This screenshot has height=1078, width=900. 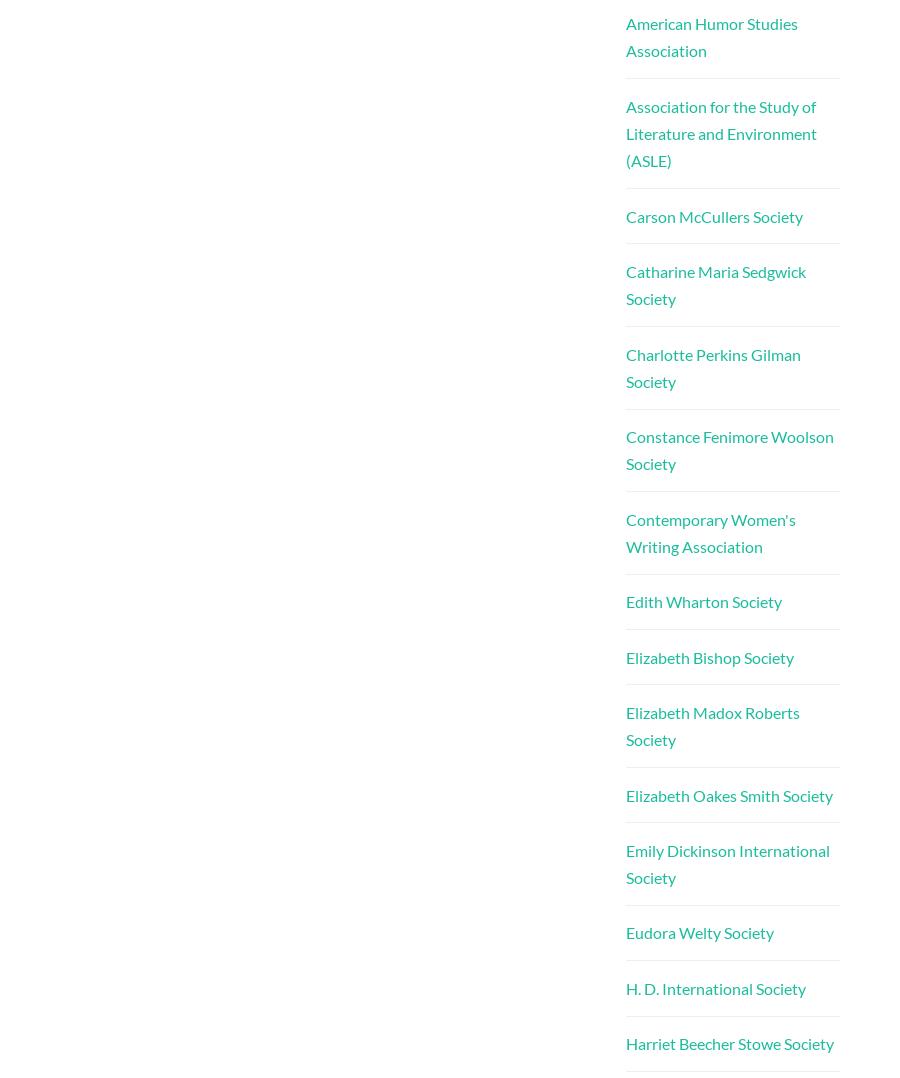 What do you see at coordinates (726, 862) in the screenshot?
I see `'Emily Dickinson International Society'` at bounding box center [726, 862].